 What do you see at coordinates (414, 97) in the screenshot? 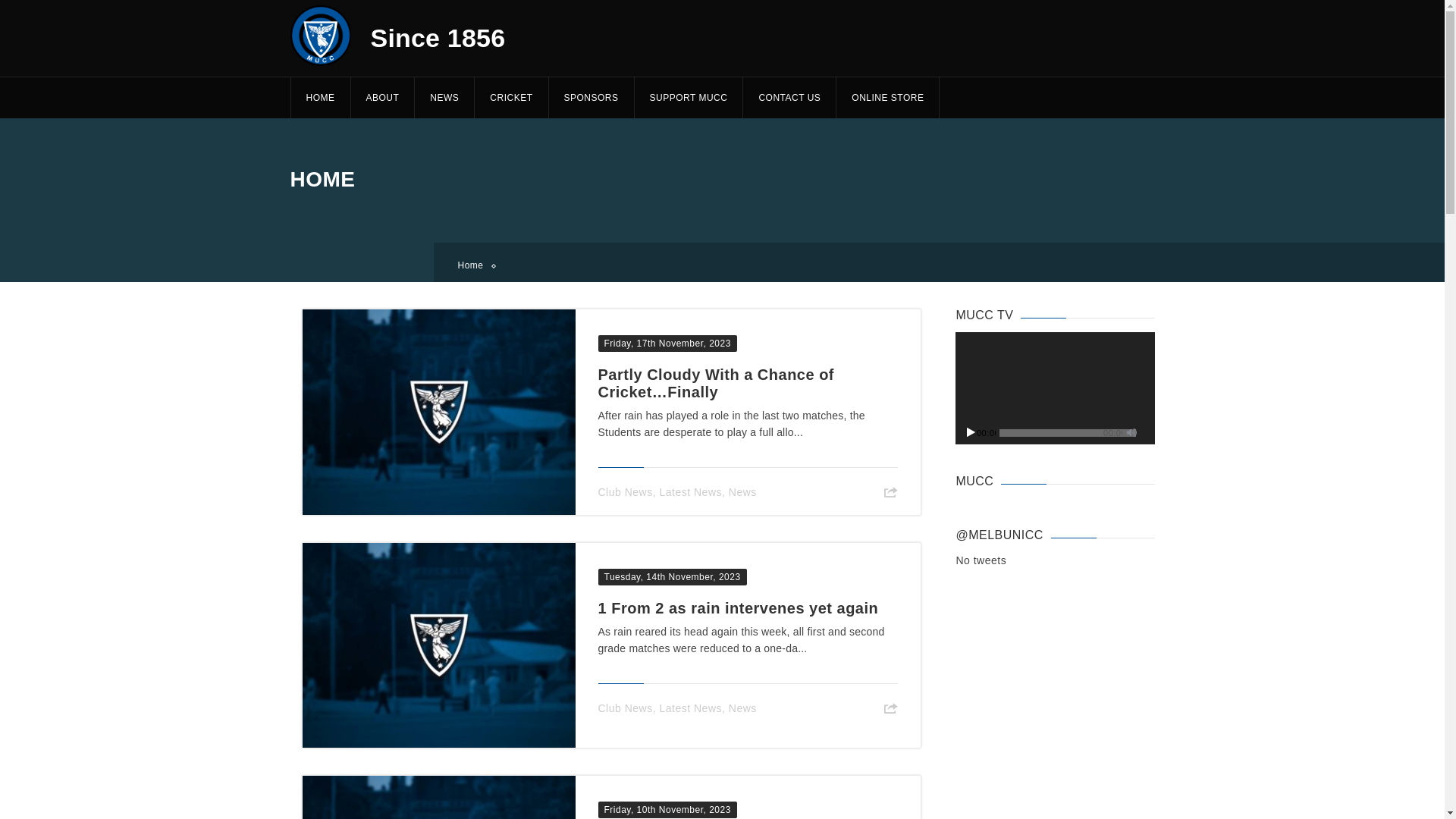
I see `'NEWS'` at bounding box center [414, 97].